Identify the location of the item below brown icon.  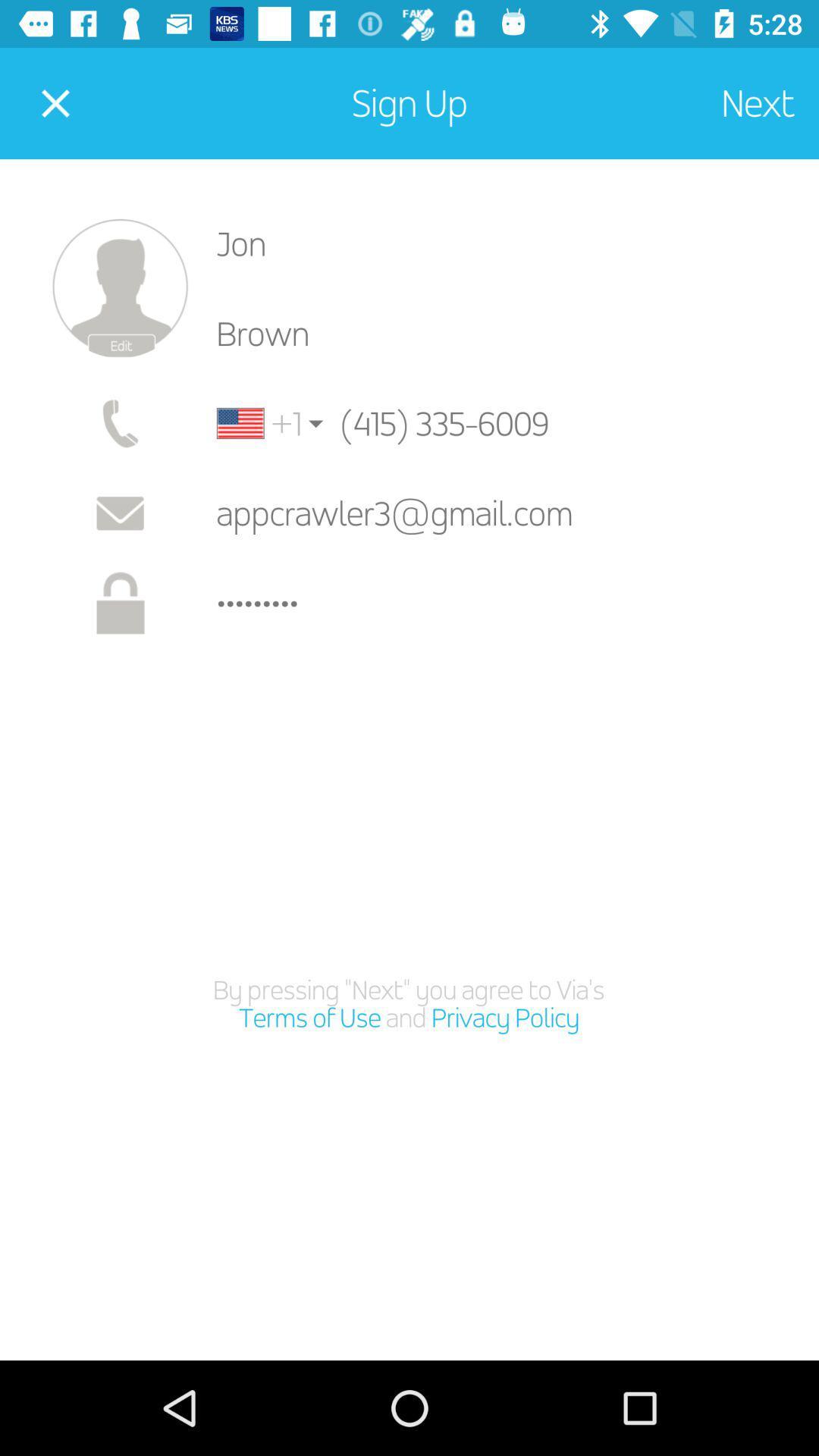
(259, 423).